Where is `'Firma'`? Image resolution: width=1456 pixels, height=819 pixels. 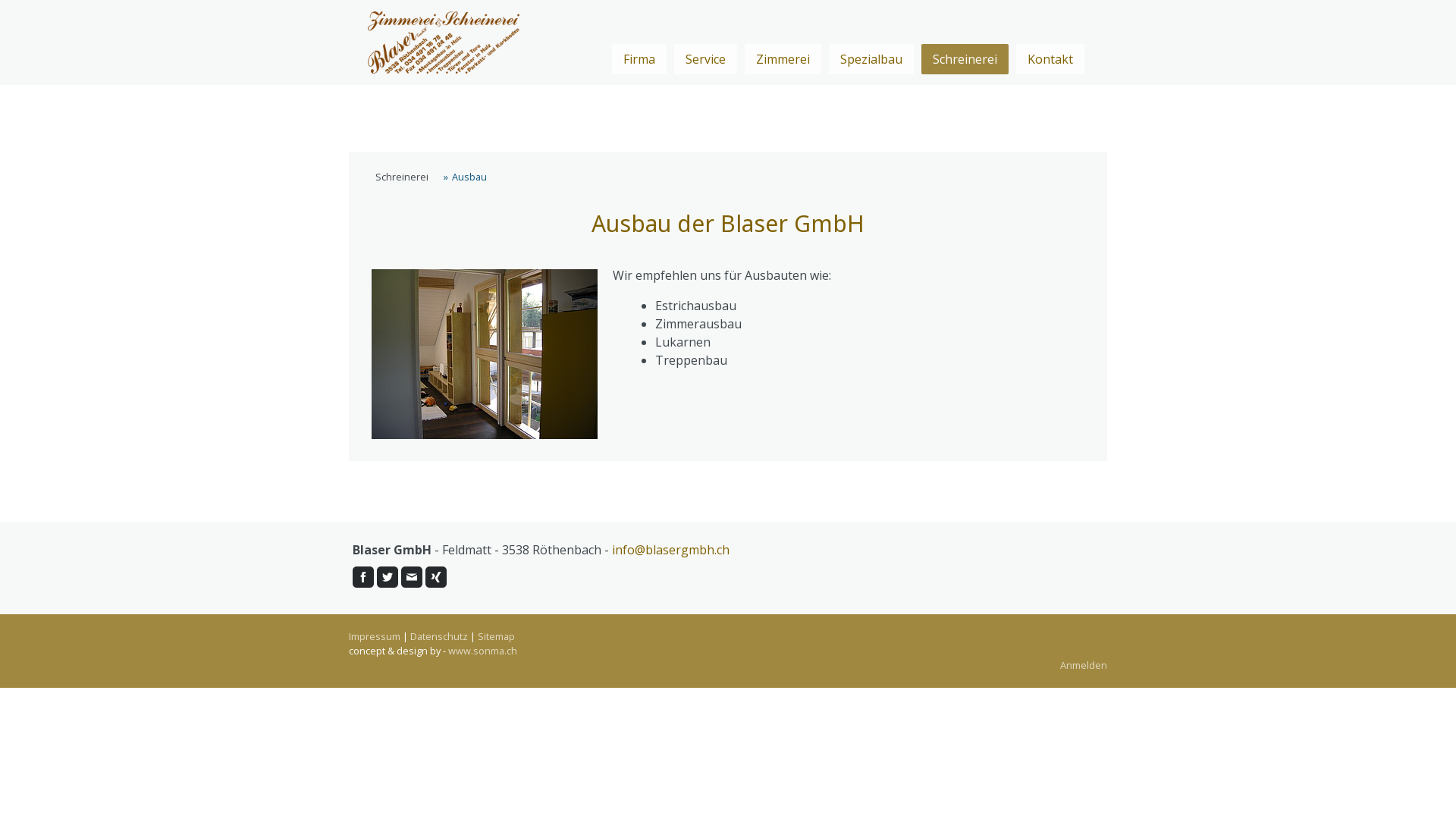 'Firma' is located at coordinates (639, 58).